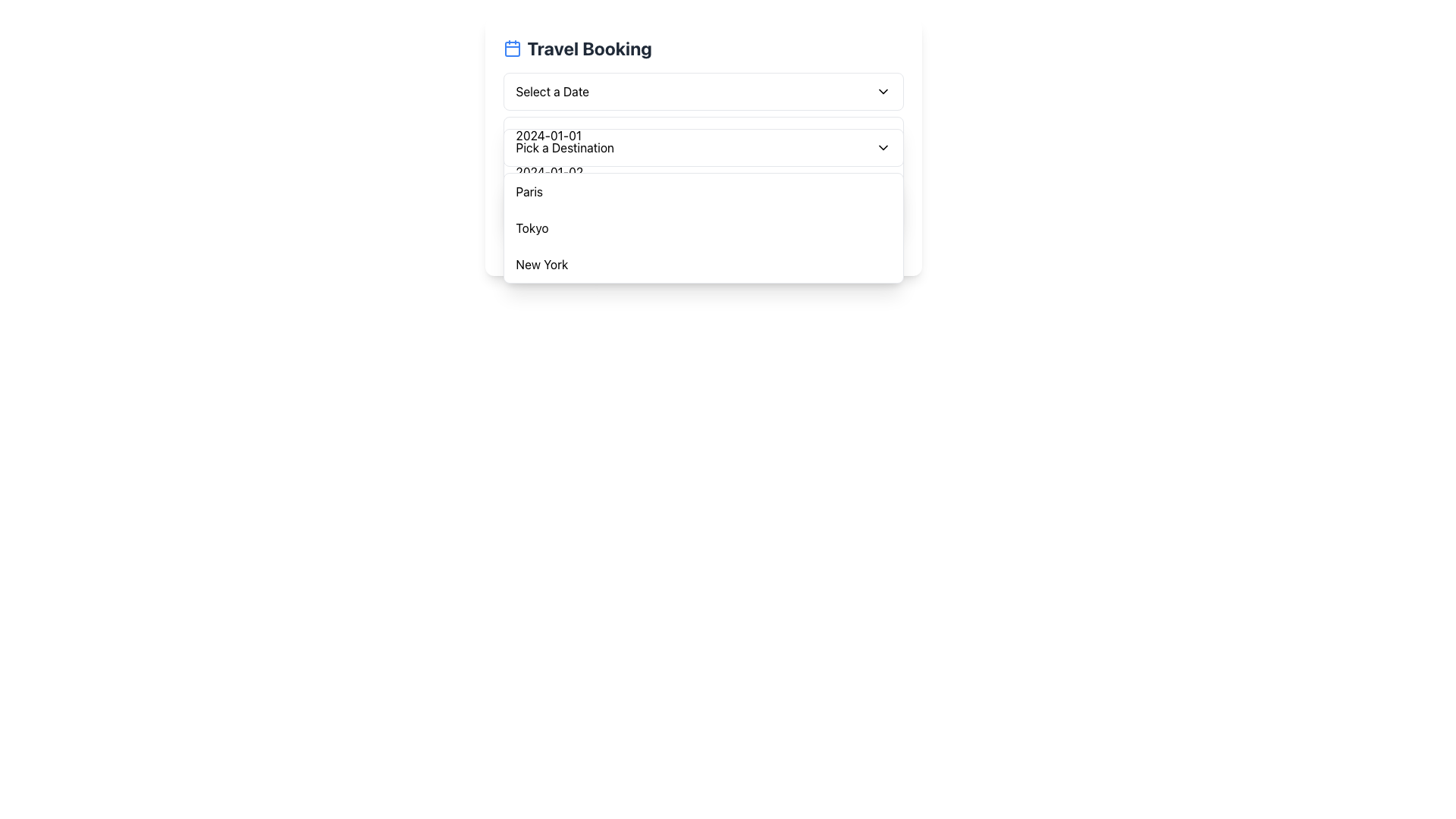 The image size is (1456, 819). I want to click on the icon indicating that 'Paris' has been selected in the dropdown menu of the travel booking interface, so click(512, 193).